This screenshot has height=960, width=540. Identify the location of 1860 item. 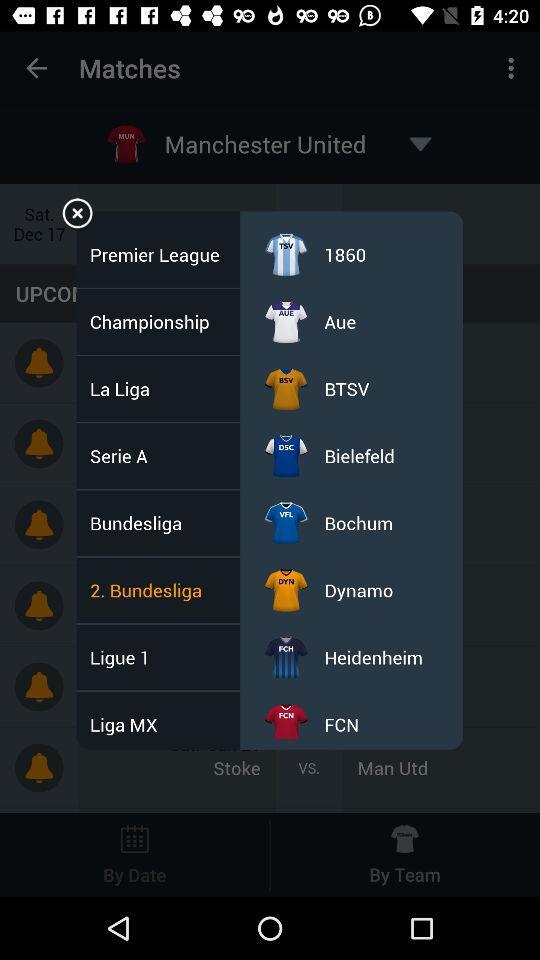
(344, 253).